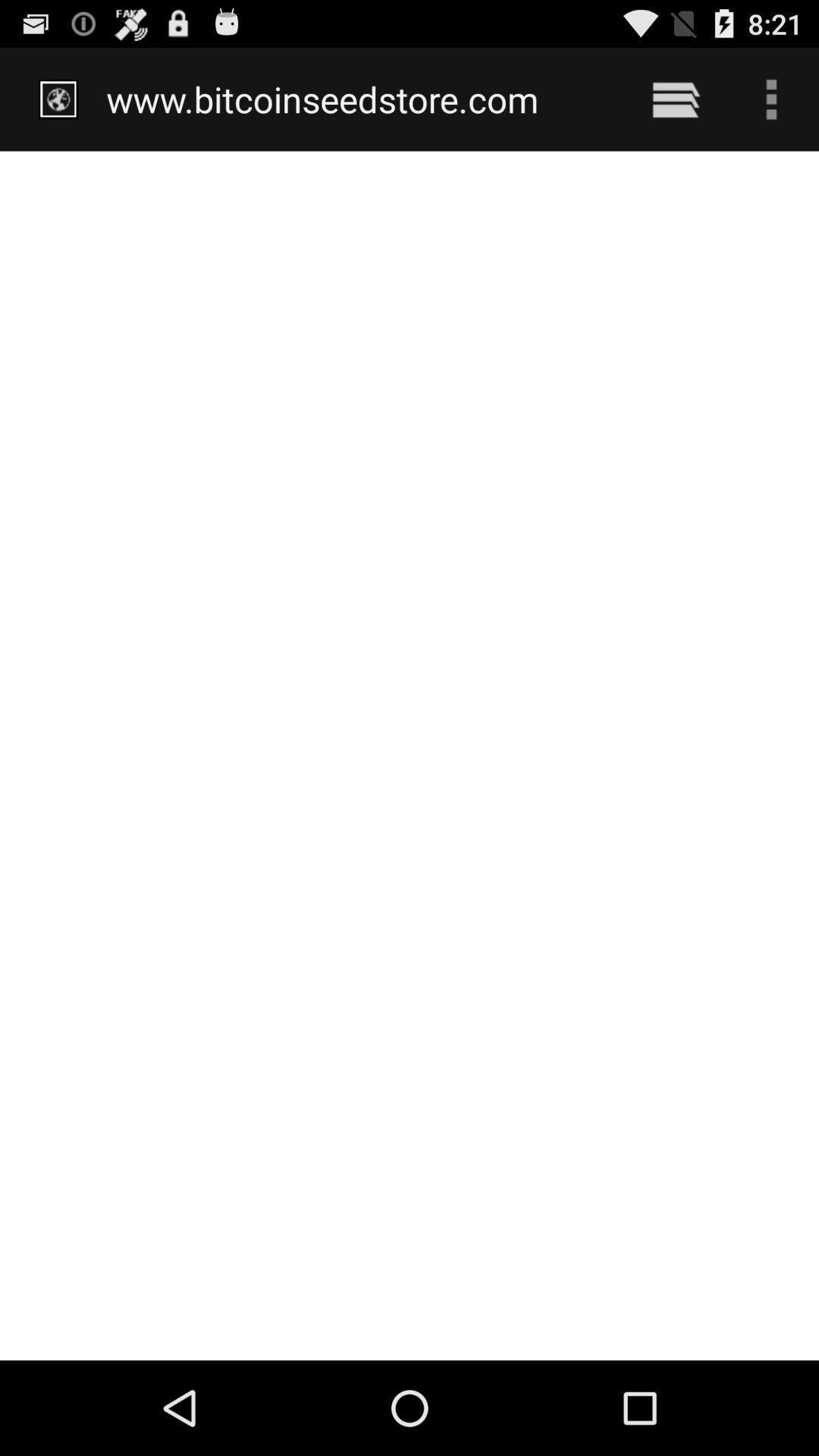 The width and height of the screenshot is (819, 1456). Describe the element at coordinates (358, 99) in the screenshot. I see `the www.bitcoinseedstore.com item` at that location.